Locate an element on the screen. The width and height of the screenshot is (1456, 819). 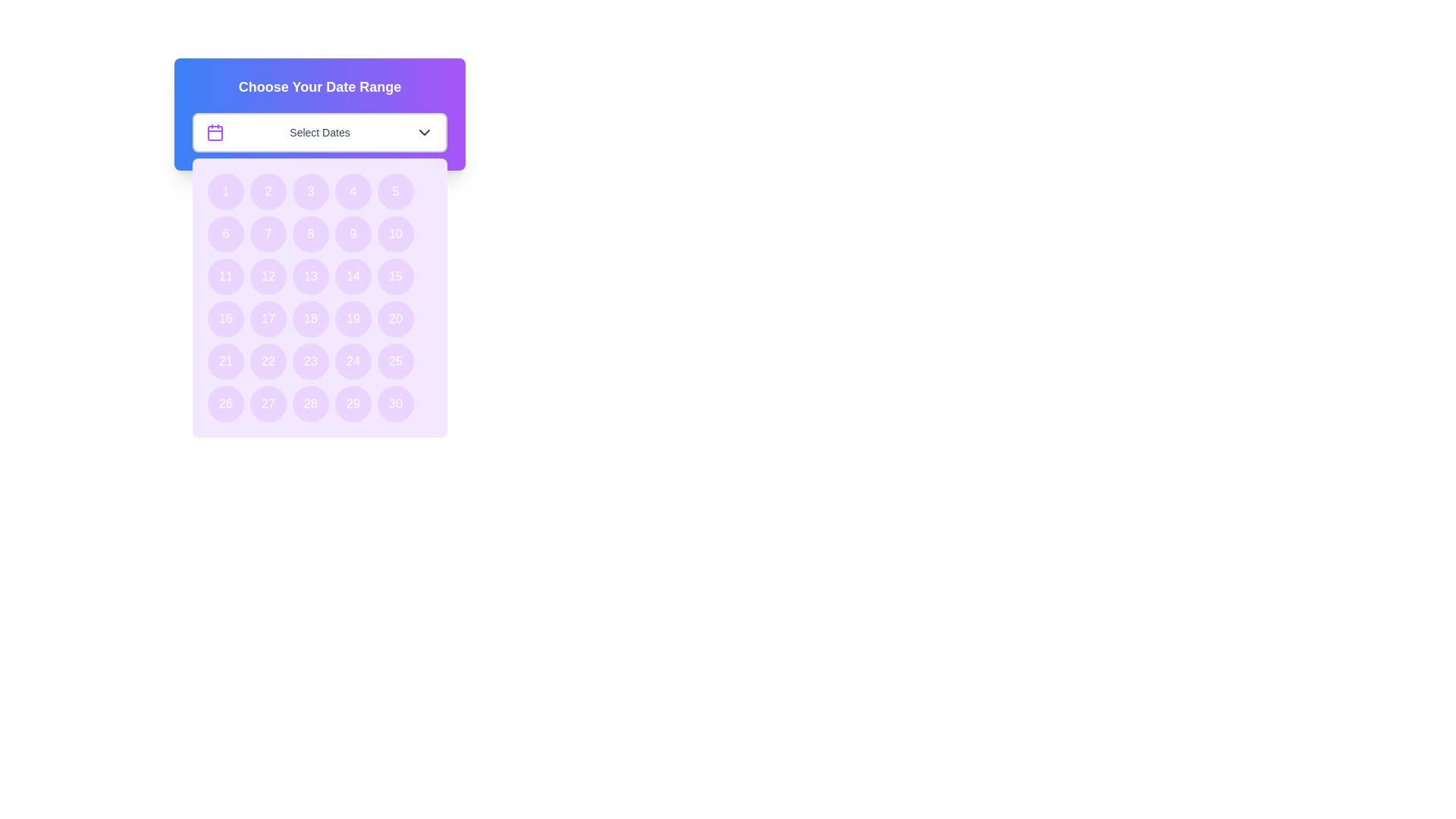
the date selection button labeled '13' in the date picker interface, located in the third column of the third row is located at coordinates (309, 277).